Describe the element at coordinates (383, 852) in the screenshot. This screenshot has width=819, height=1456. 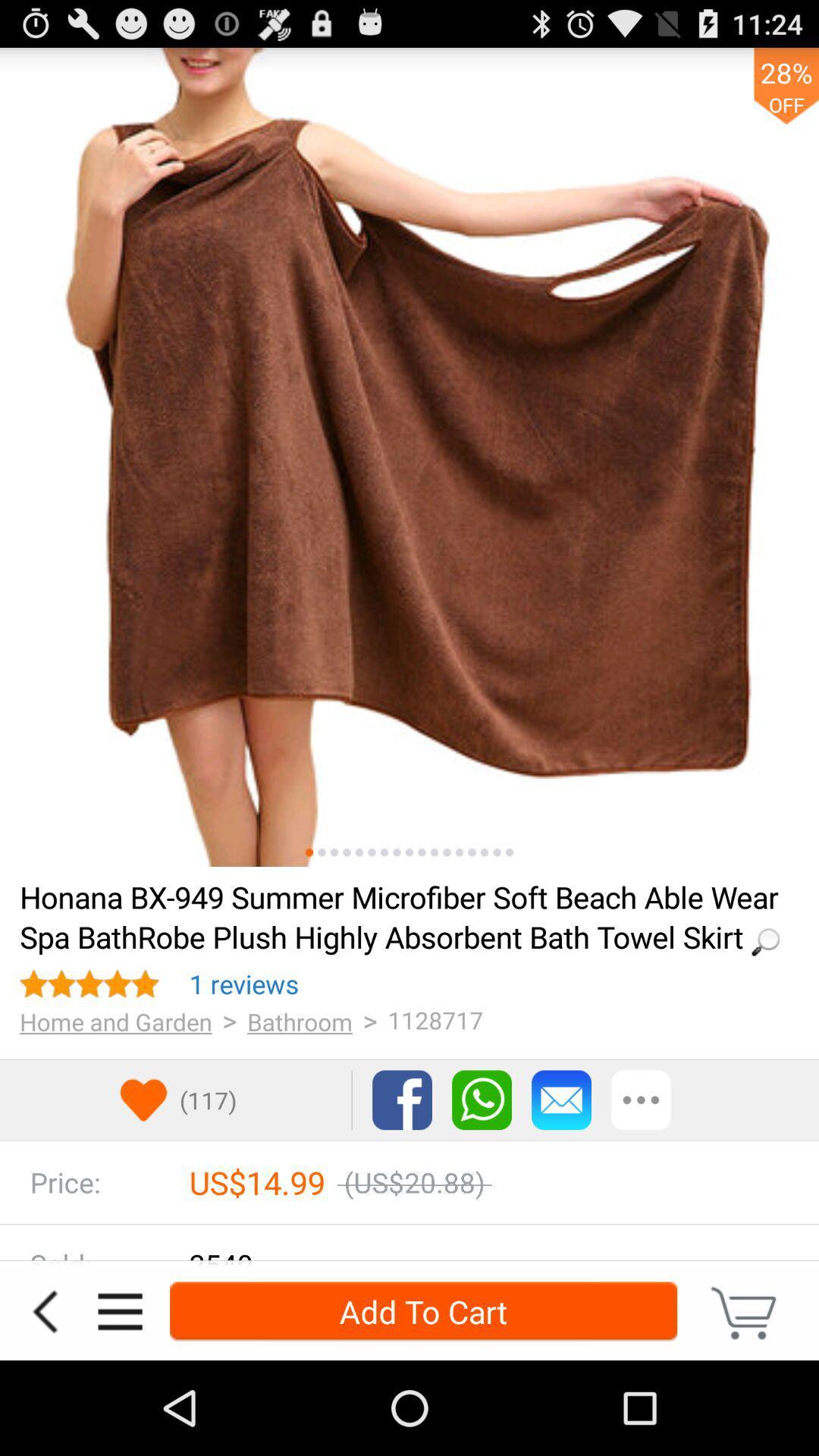
I see `image` at that location.